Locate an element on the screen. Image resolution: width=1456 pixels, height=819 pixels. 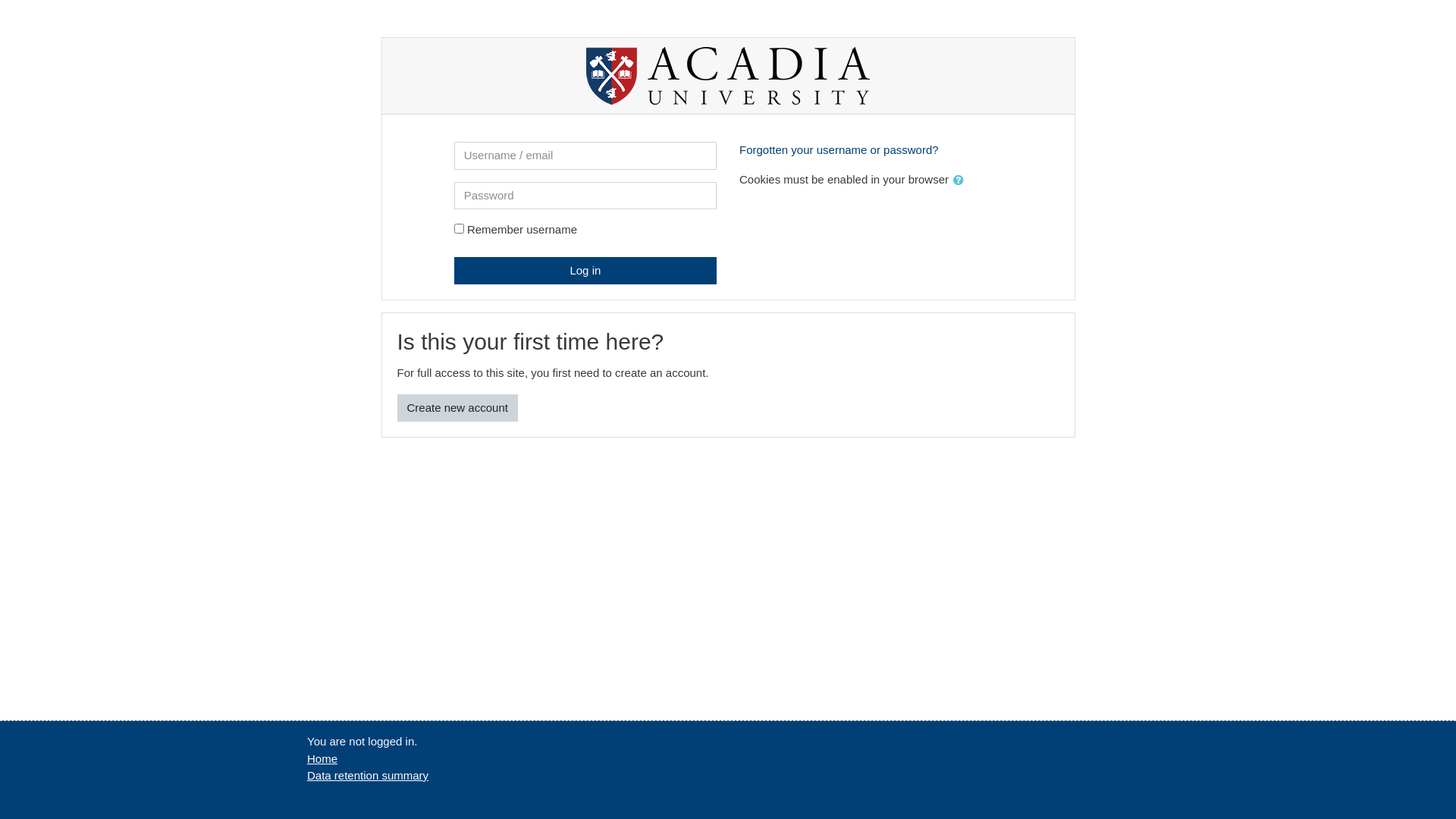
'Acadia University Placement Tests' is located at coordinates (728, 76).